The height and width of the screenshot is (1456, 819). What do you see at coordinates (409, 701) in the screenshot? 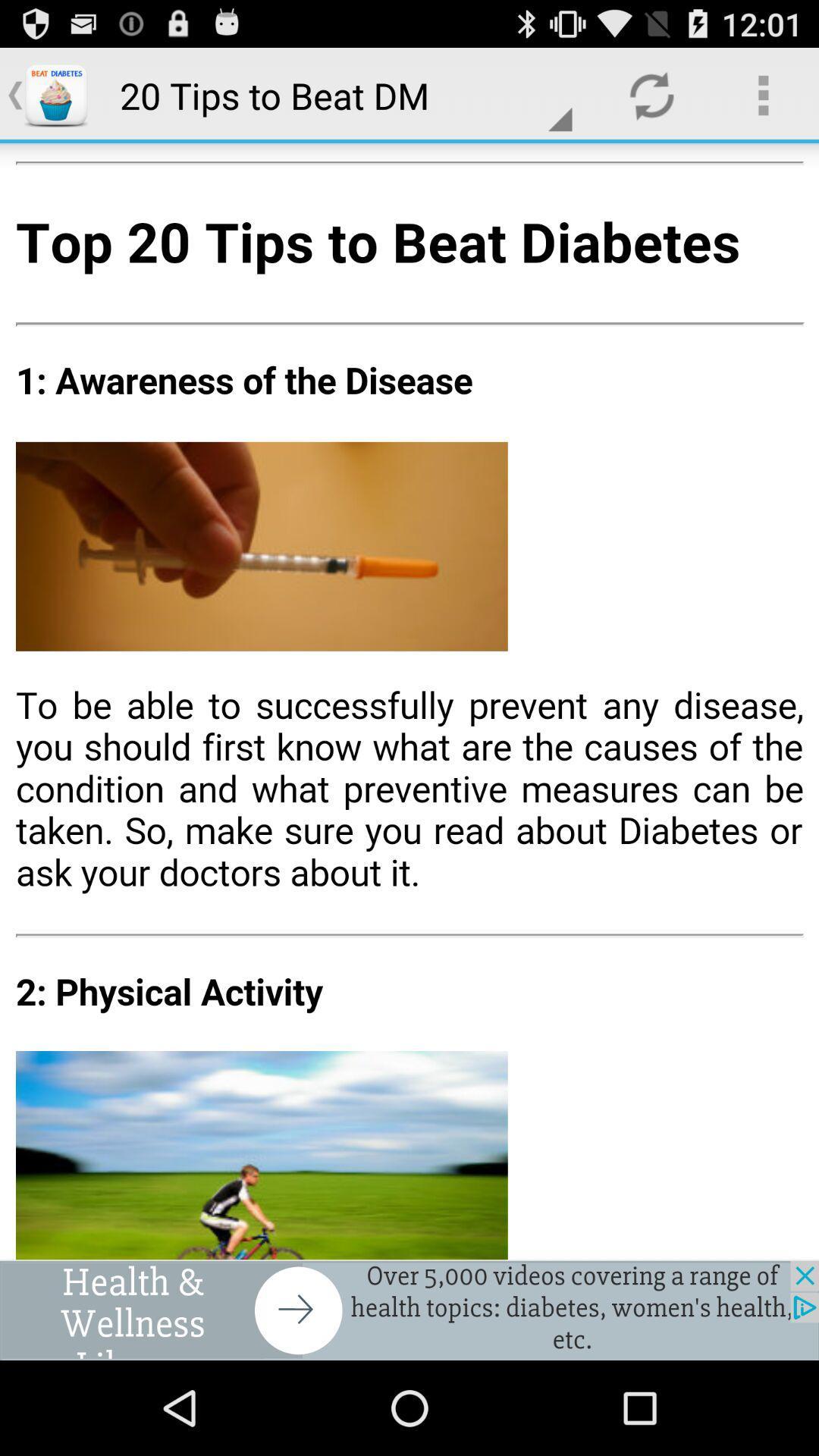
I see `the button is used to share the article to others image` at bounding box center [409, 701].